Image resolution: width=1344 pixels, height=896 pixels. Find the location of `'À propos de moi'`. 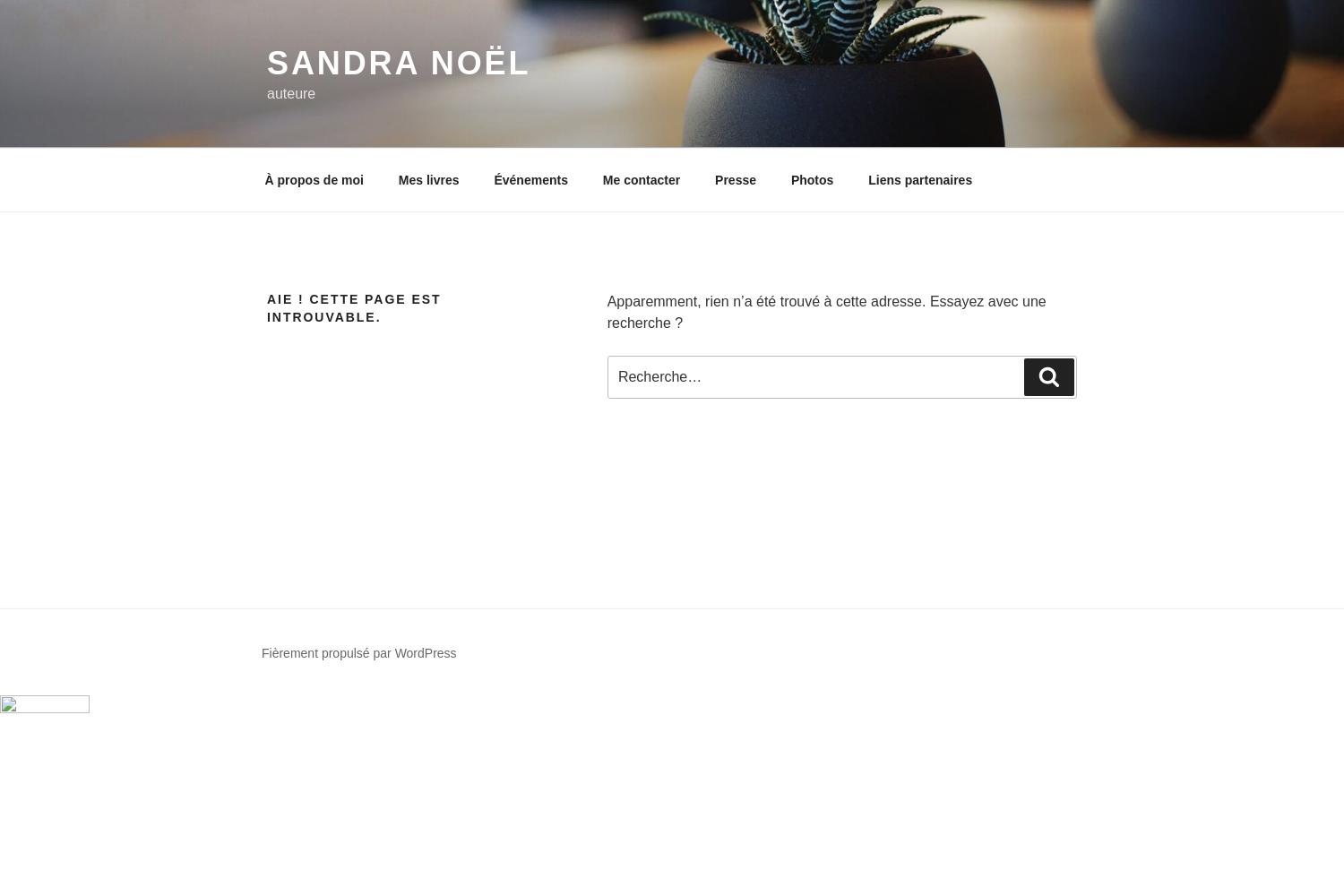

'À propos de moi' is located at coordinates (312, 178).